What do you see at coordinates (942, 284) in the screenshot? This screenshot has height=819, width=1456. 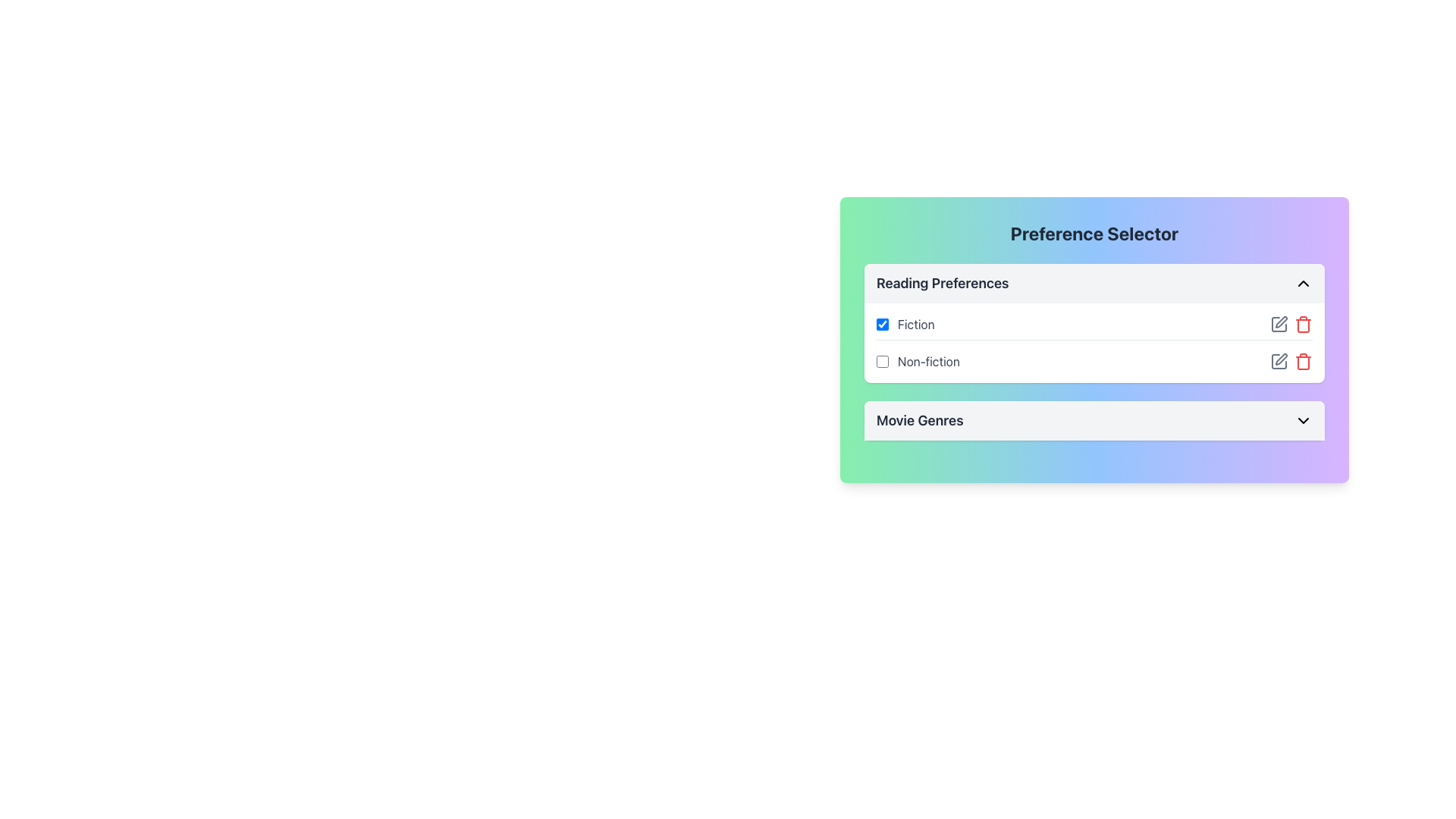 I see `the Text Label (Static) that serves as a title for the reading preferences section, located within the horizontal bar with a light gray background` at bounding box center [942, 284].